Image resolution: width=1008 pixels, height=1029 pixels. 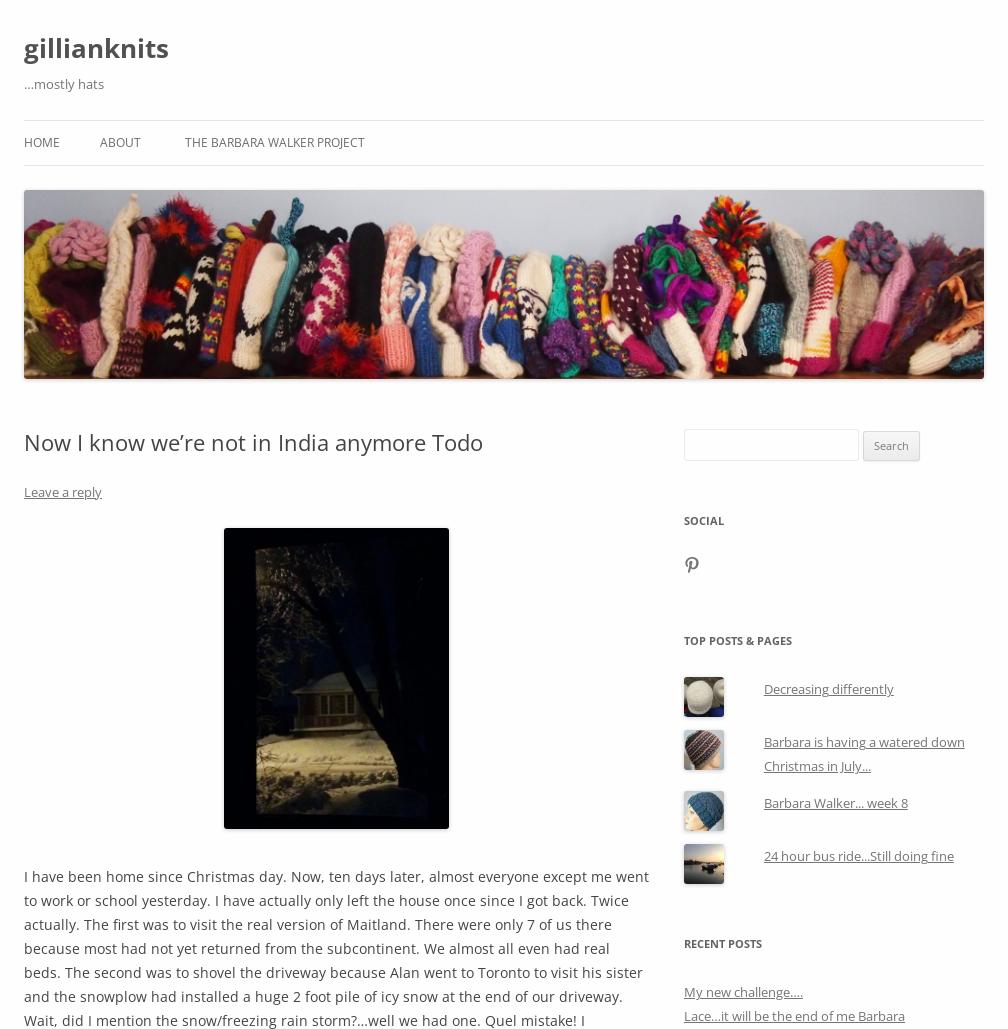 I want to click on 'The Barbara Walker Project', so click(x=274, y=141).